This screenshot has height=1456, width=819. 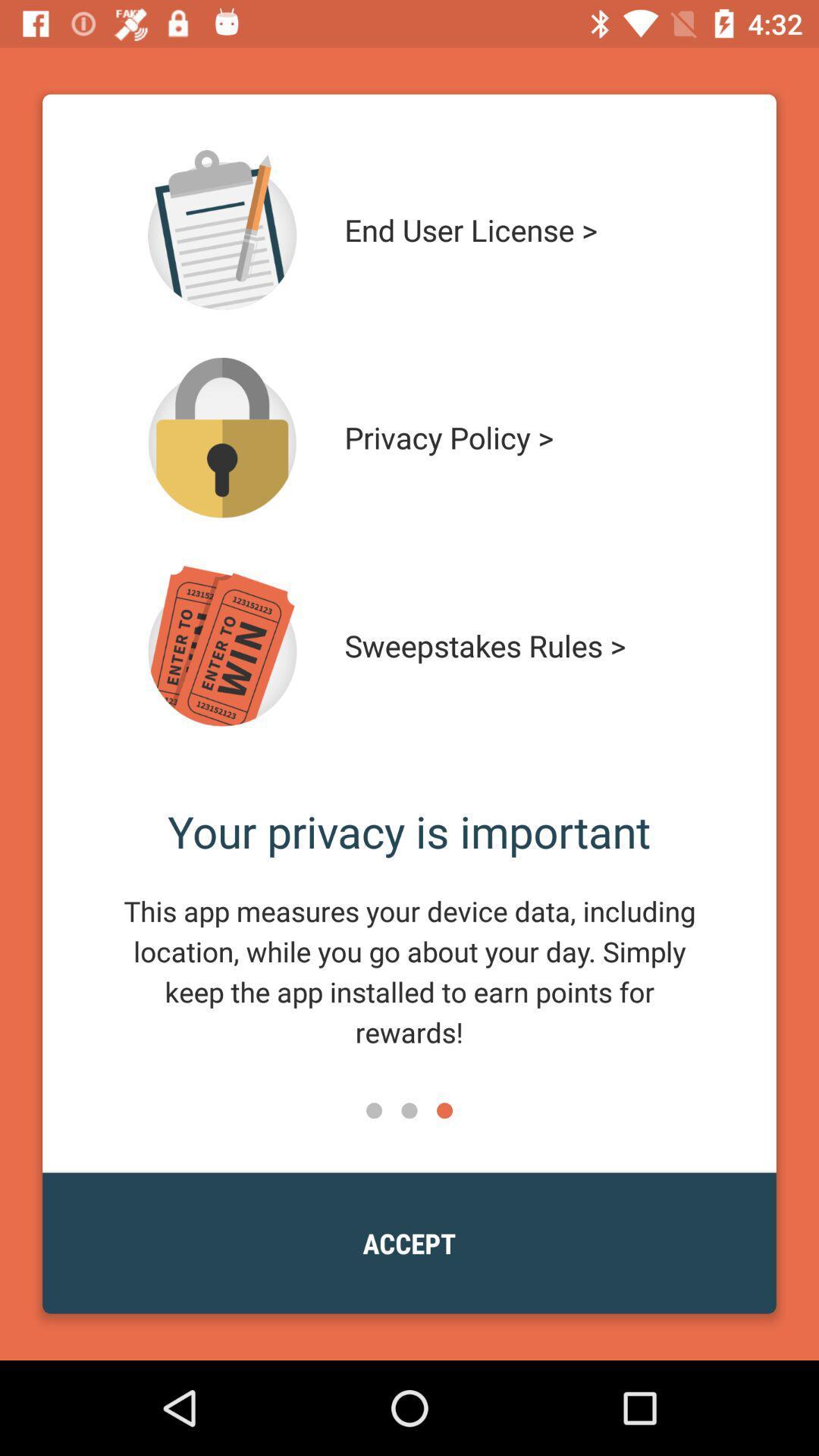 What do you see at coordinates (222, 645) in the screenshot?
I see `open rule sheet` at bounding box center [222, 645].